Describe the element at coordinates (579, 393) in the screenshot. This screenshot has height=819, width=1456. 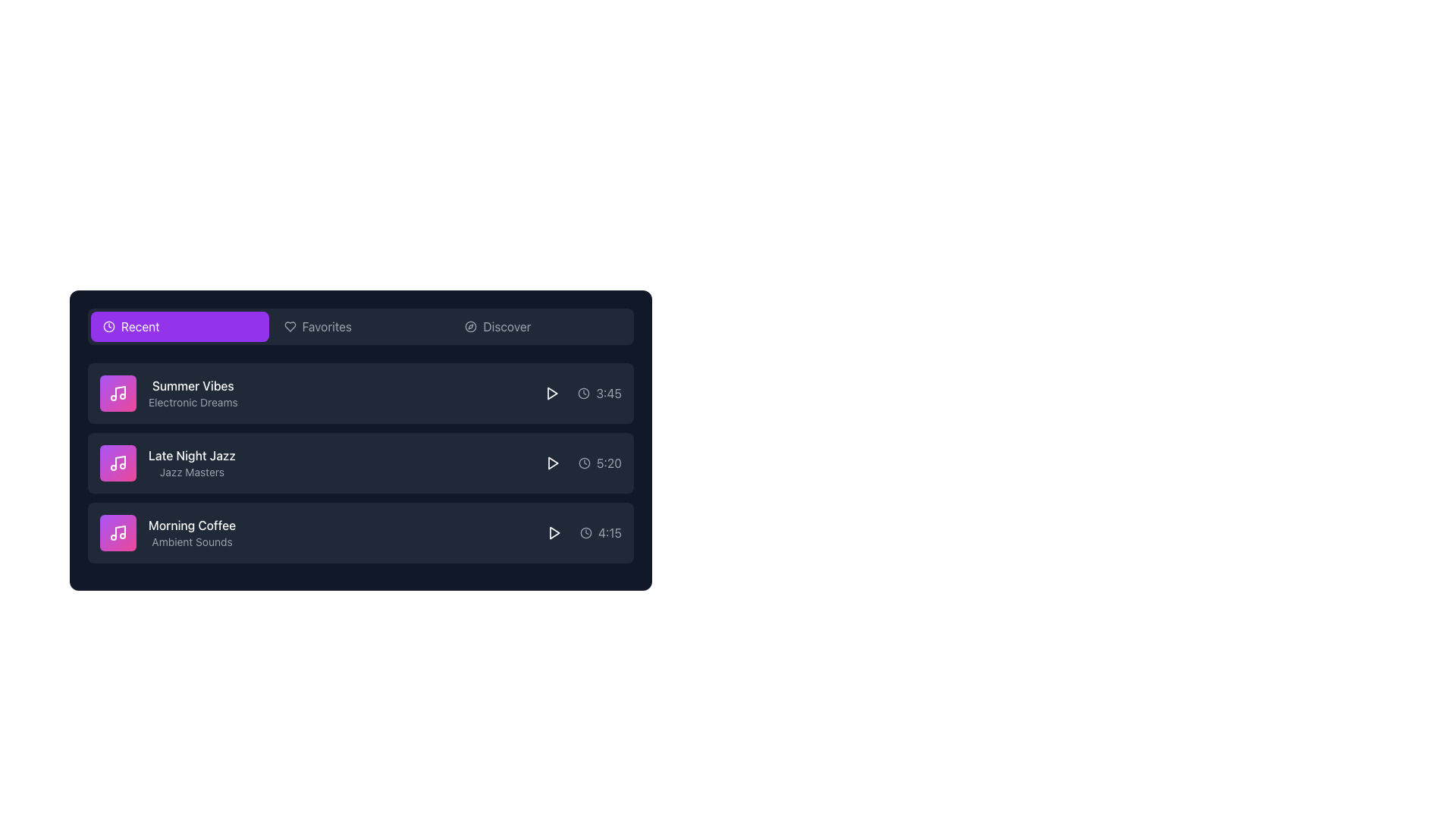
I see `the label that displays the duration of the music track 'Summer Vibes', which is located on the rightmost side of the first item in the list of music tracks and next to the play button` at that location.